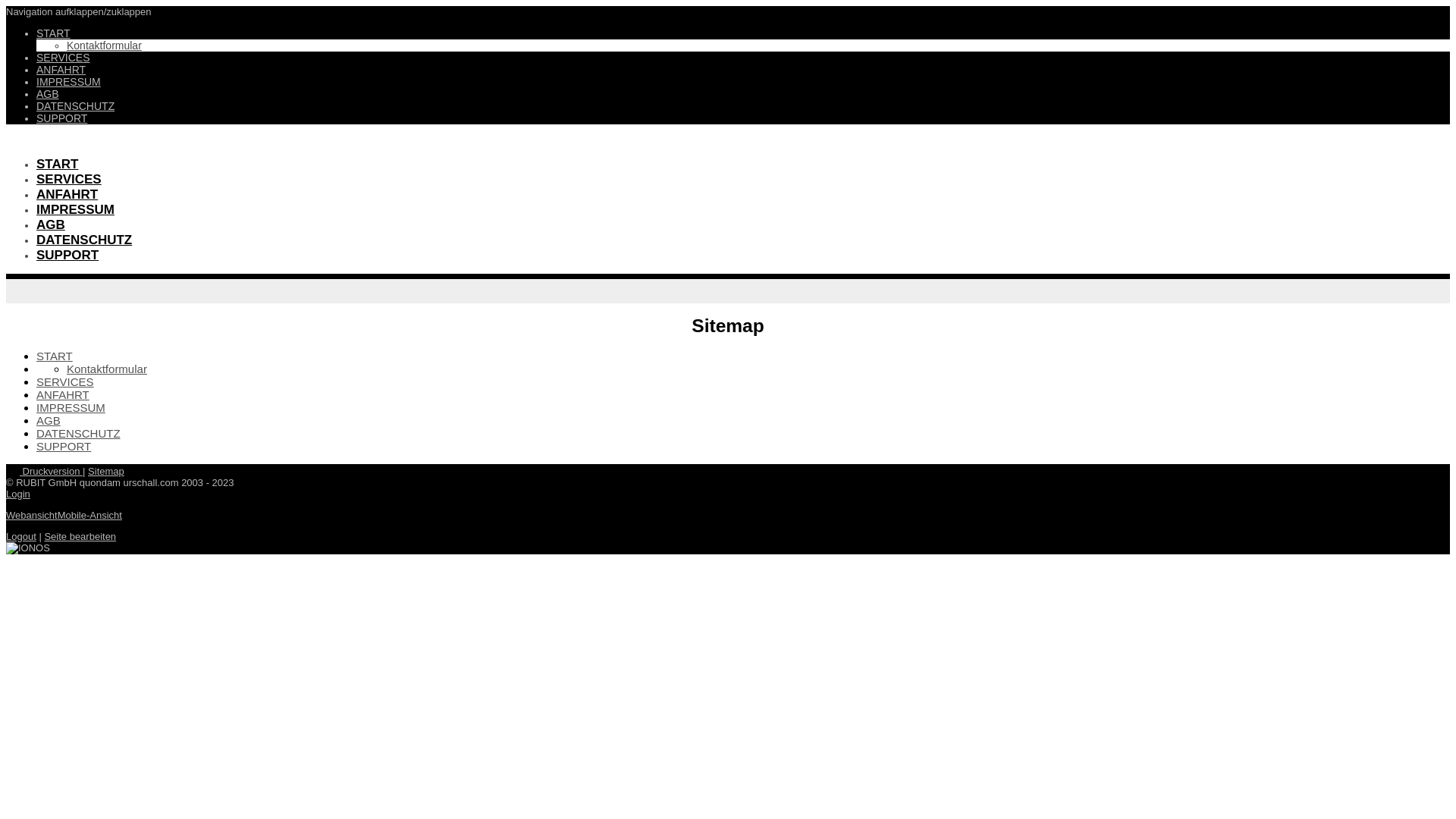 Image resolution: width=1456 pixels, height=819 pixels. Describe the element at coordinates (74, 105) in the screenshot. I see `'DATENSCHUTZ'` at that location.